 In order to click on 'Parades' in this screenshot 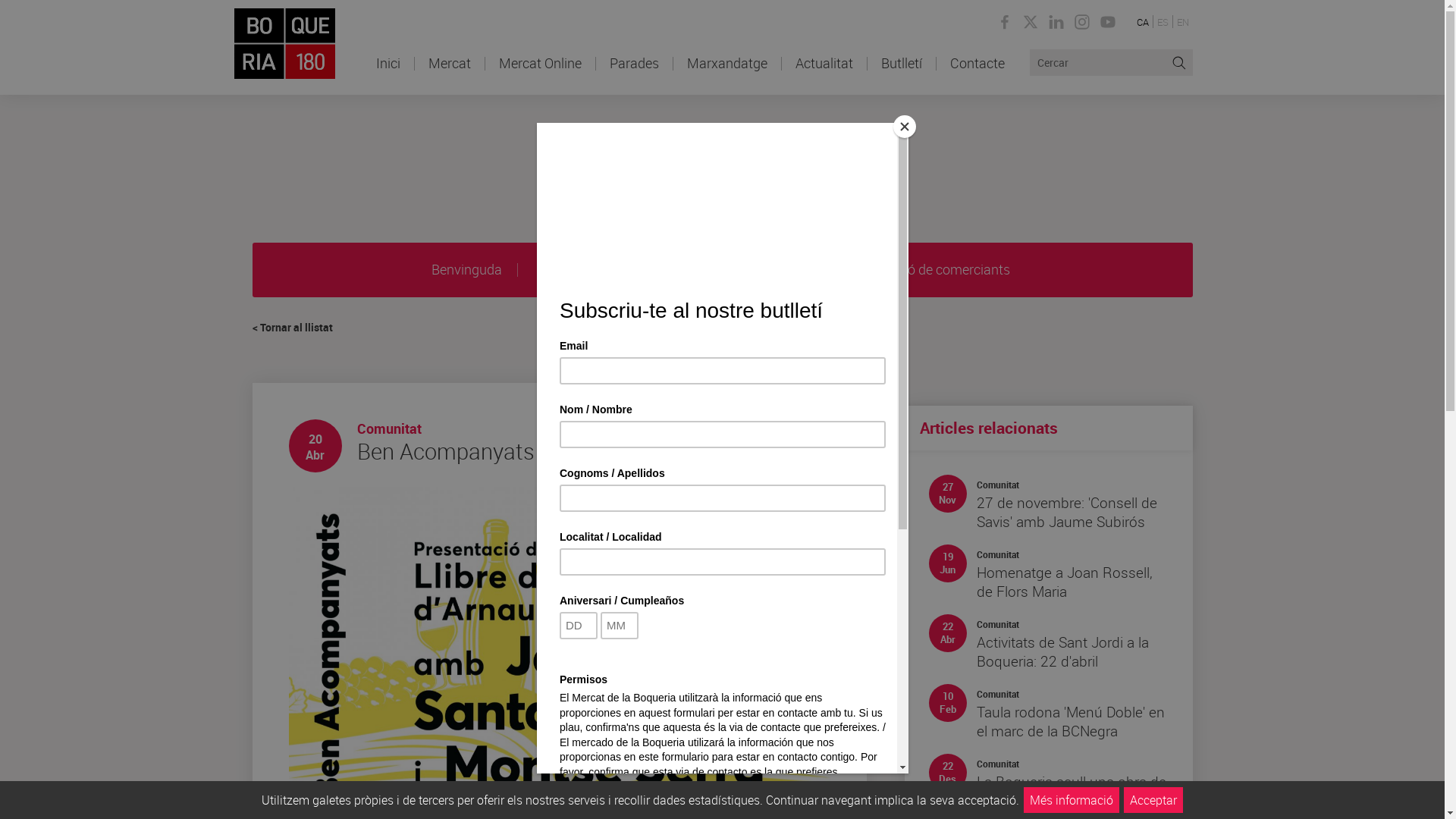, I will do `click(634, 75)`.